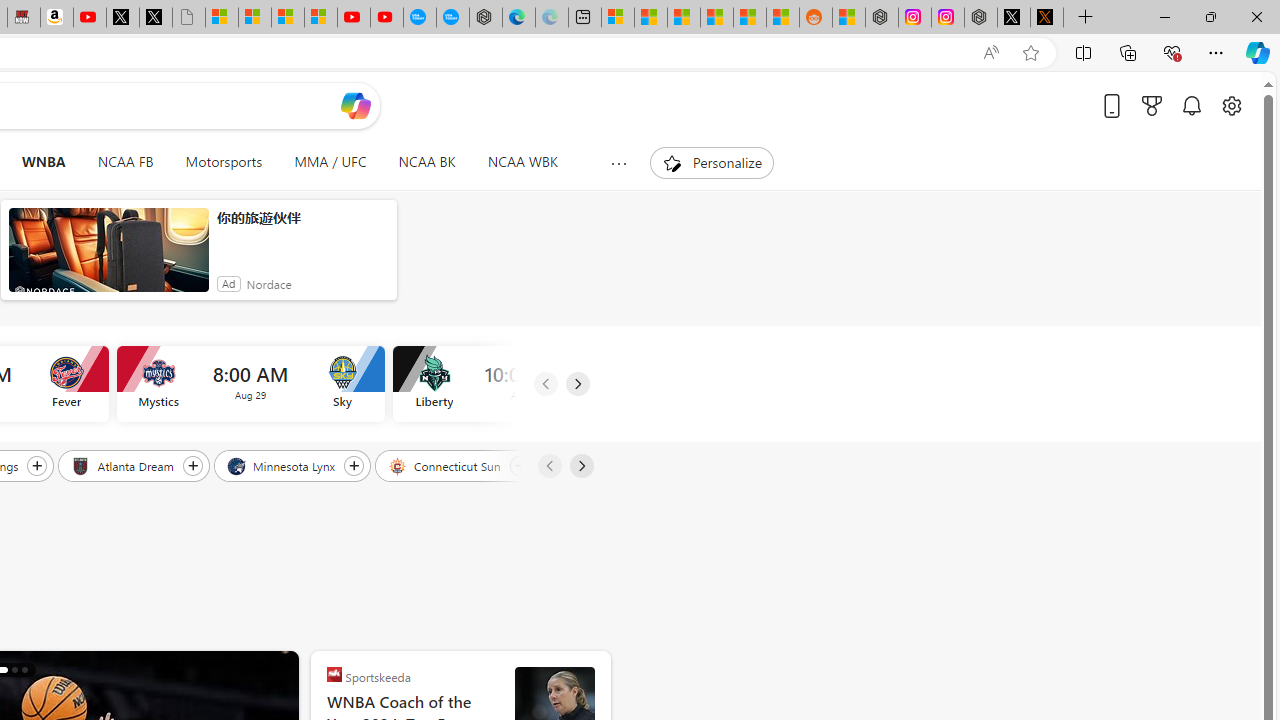  Describe the element at coordinates (43, 162) in the screenshot. I see `'WNBA'` at that location.